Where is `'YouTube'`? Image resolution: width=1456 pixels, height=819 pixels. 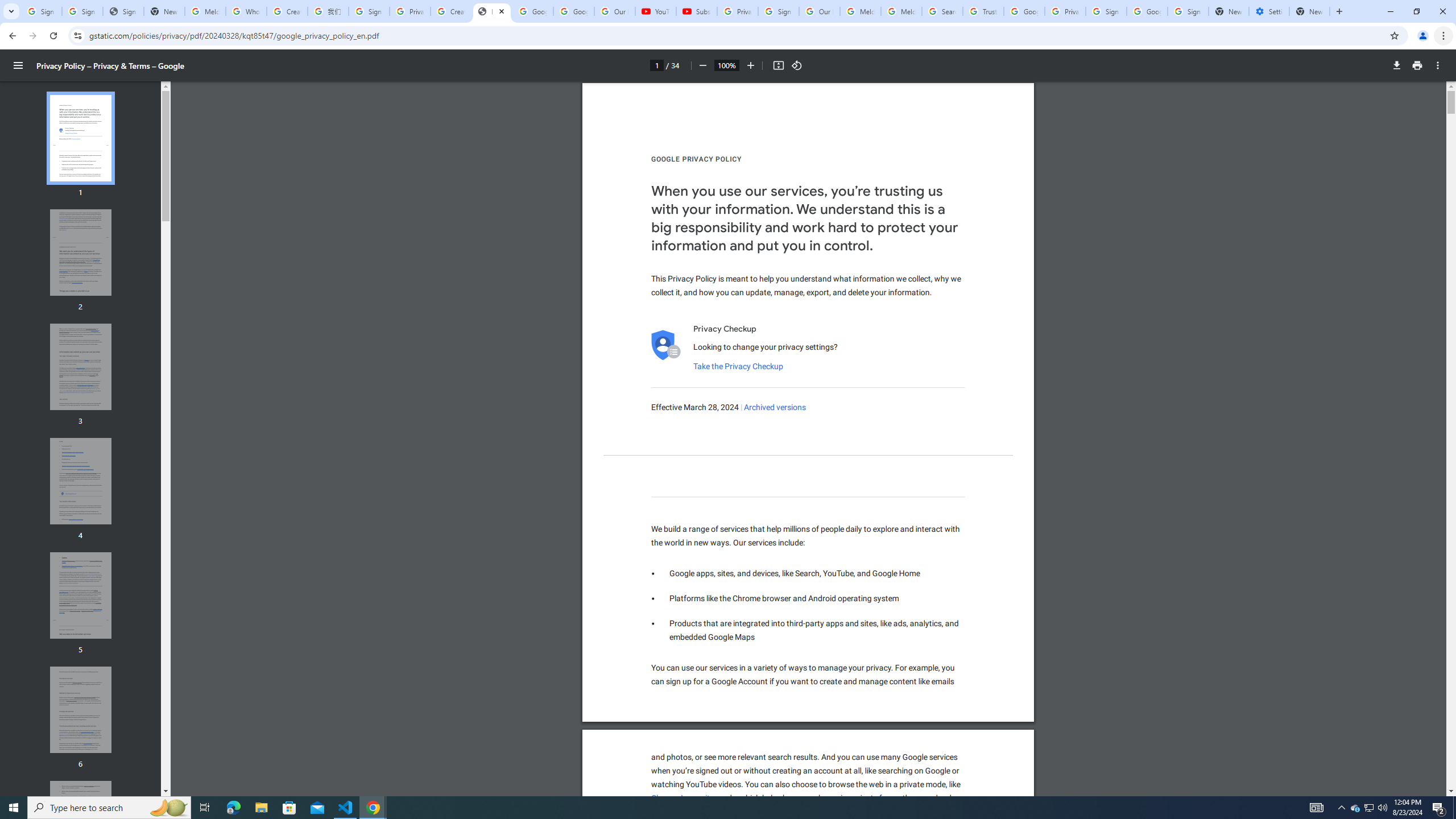
'YouTube' is located at coordinates (656, 11).